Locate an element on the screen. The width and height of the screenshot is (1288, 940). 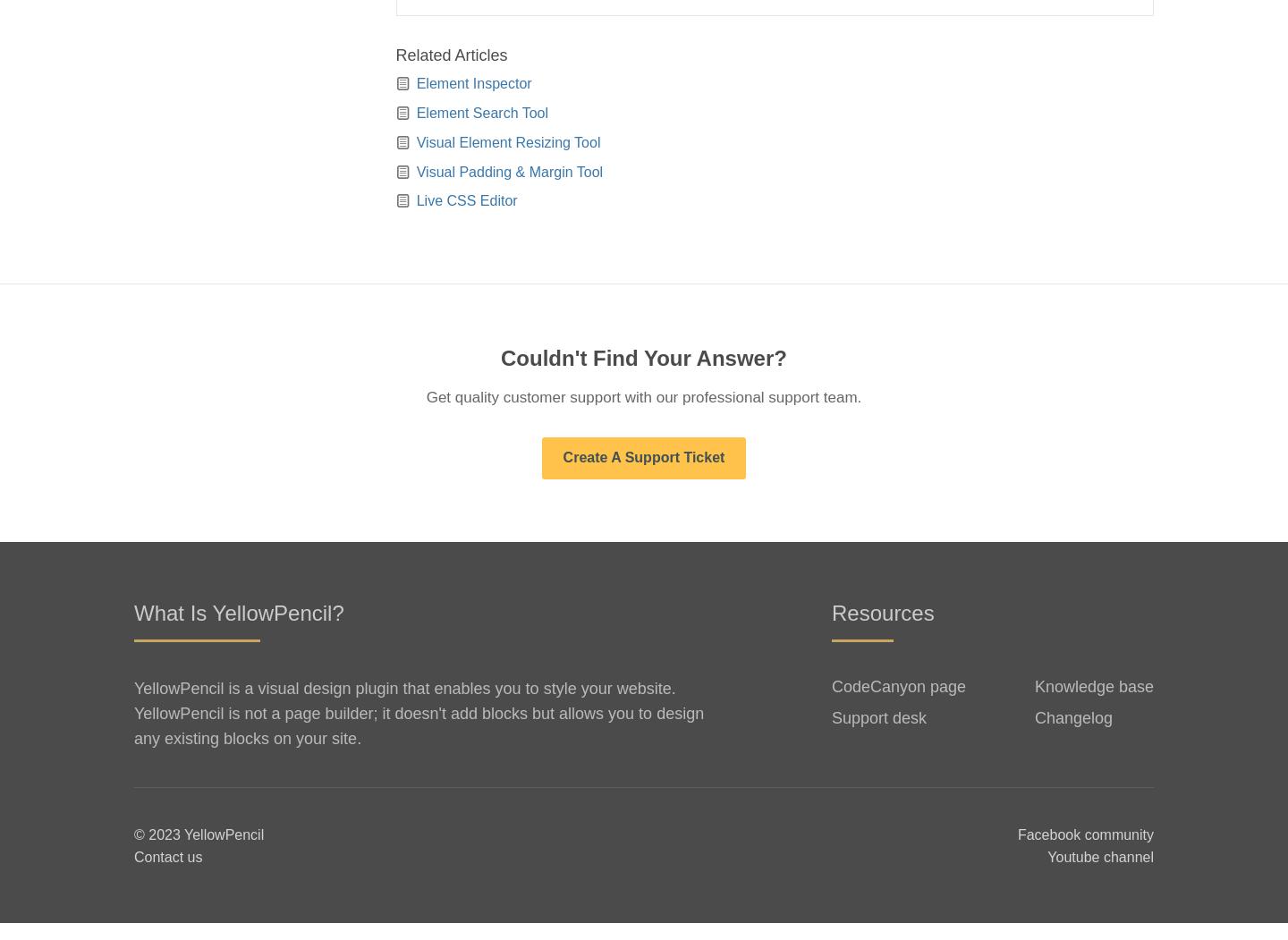
'Live CSS Editor' is located at coordinates (465, 217).